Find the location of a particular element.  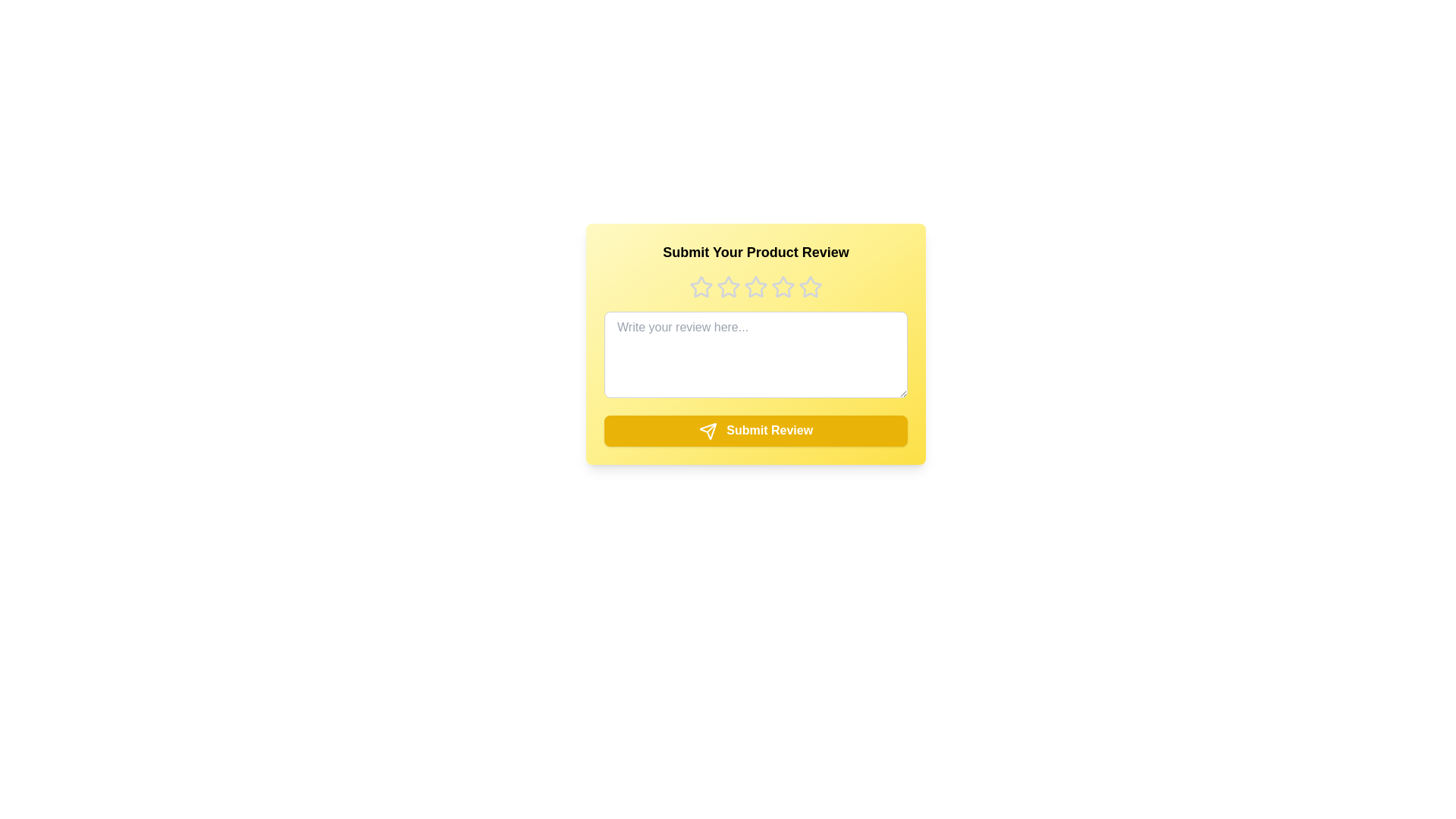

the wide rectangular button with a yellow background and white text reading 'Submit Review', located at the bottom of the card titled 'Submit Your Product Review' is located at coordinates (756, 430).